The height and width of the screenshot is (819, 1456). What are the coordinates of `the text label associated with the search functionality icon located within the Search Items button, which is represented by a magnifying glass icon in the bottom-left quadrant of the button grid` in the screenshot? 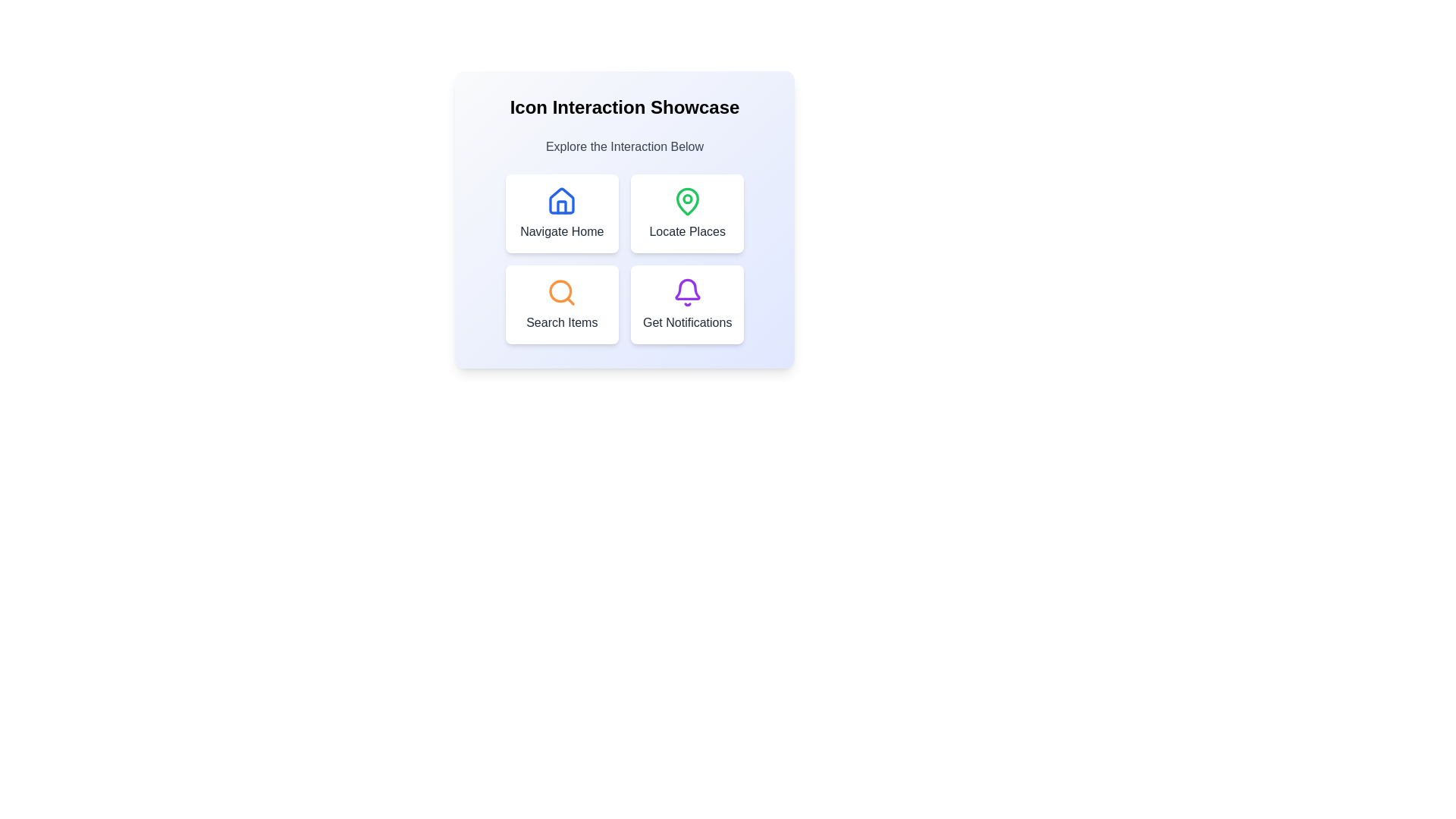 It's located at (560, 291).